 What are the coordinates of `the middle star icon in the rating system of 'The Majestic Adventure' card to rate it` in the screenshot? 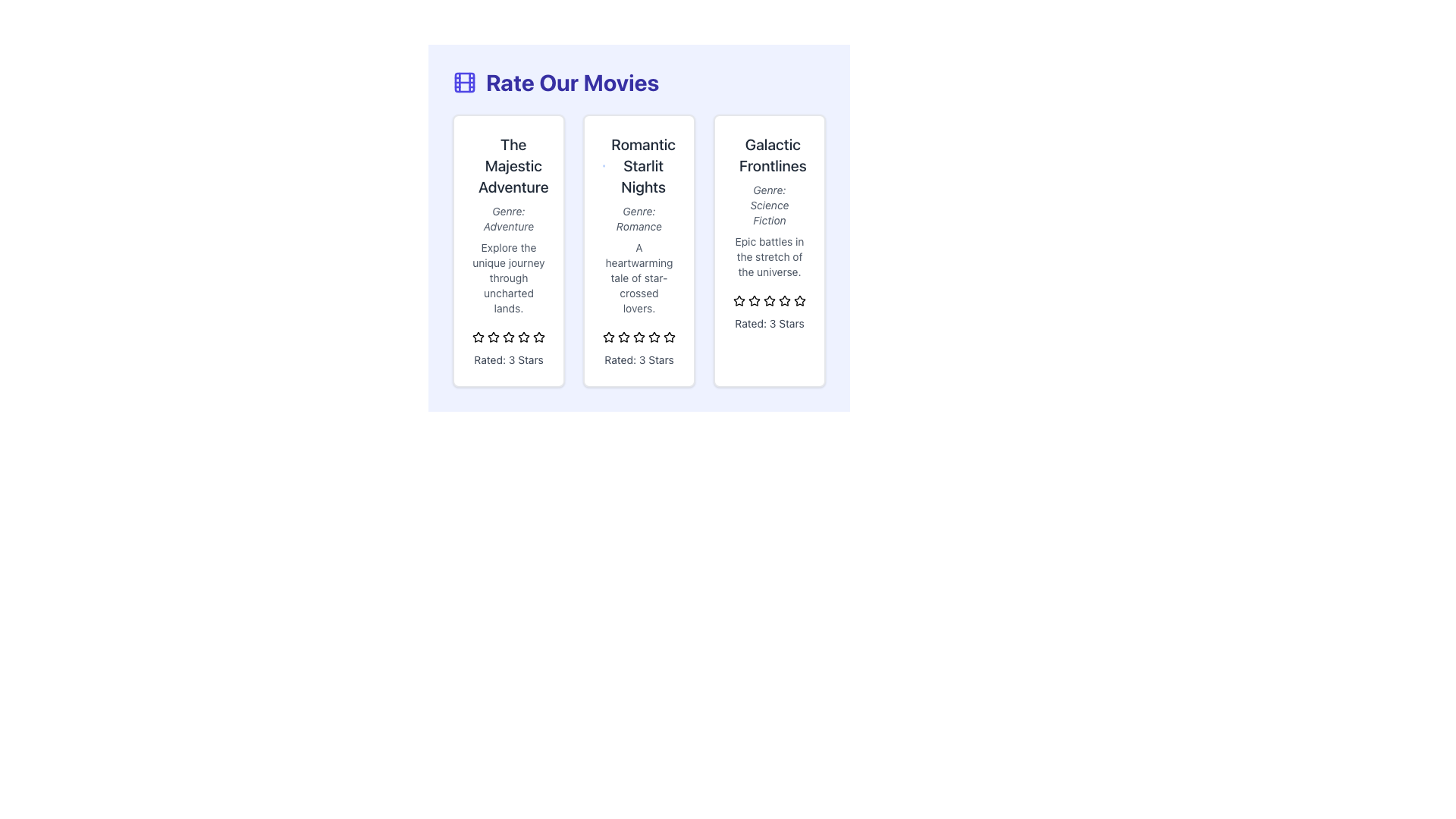 It's located at (509, 336).